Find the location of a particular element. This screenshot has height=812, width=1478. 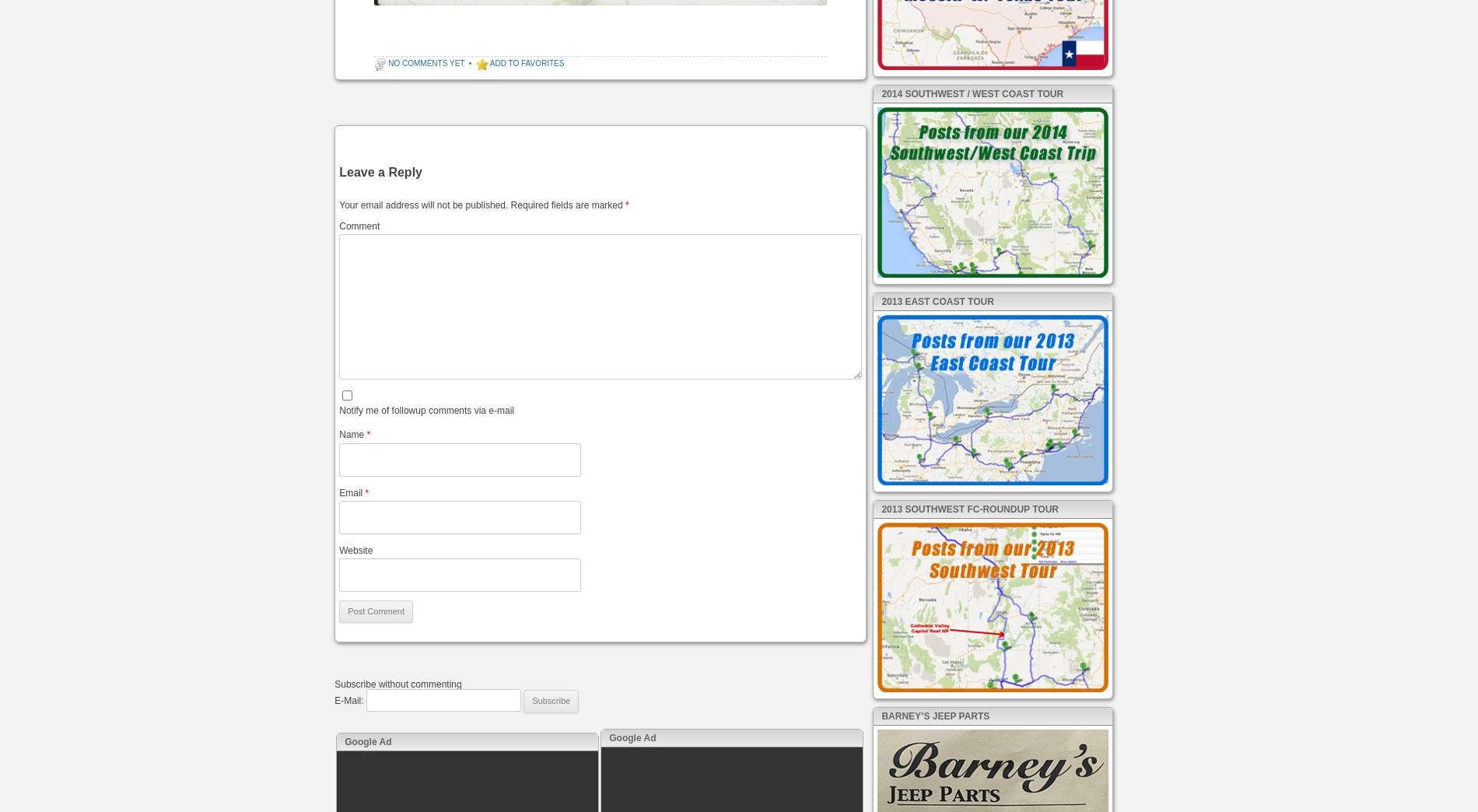

'Your email address will not be published.' is located at coordinates (423, 203).